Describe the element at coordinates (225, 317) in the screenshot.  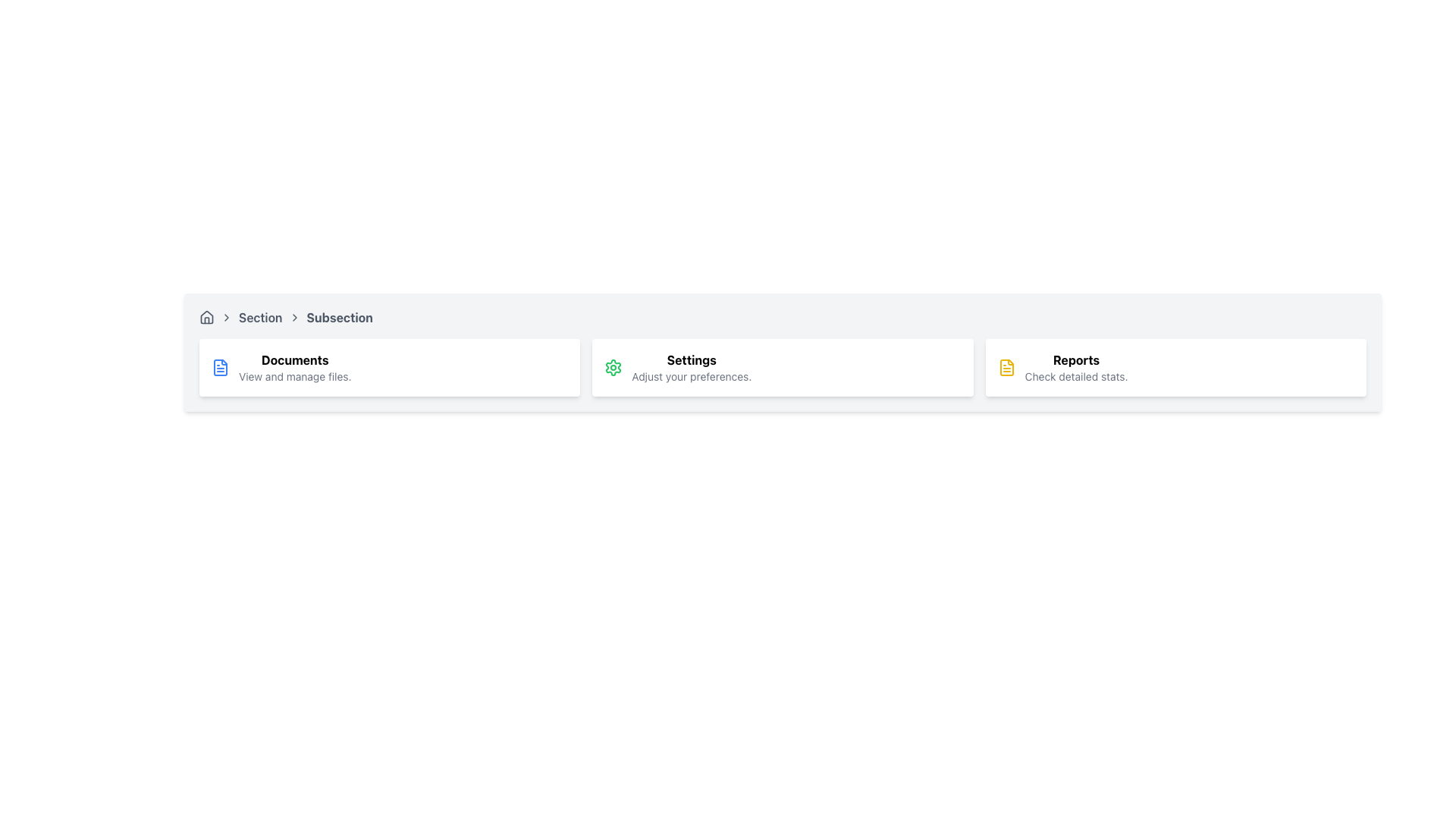
I see `the right-facing chevron icon in the breadcrumb navigation bar, which is the second icon in the sequence, positioned between the house icon and the text 'Section'` at that location.